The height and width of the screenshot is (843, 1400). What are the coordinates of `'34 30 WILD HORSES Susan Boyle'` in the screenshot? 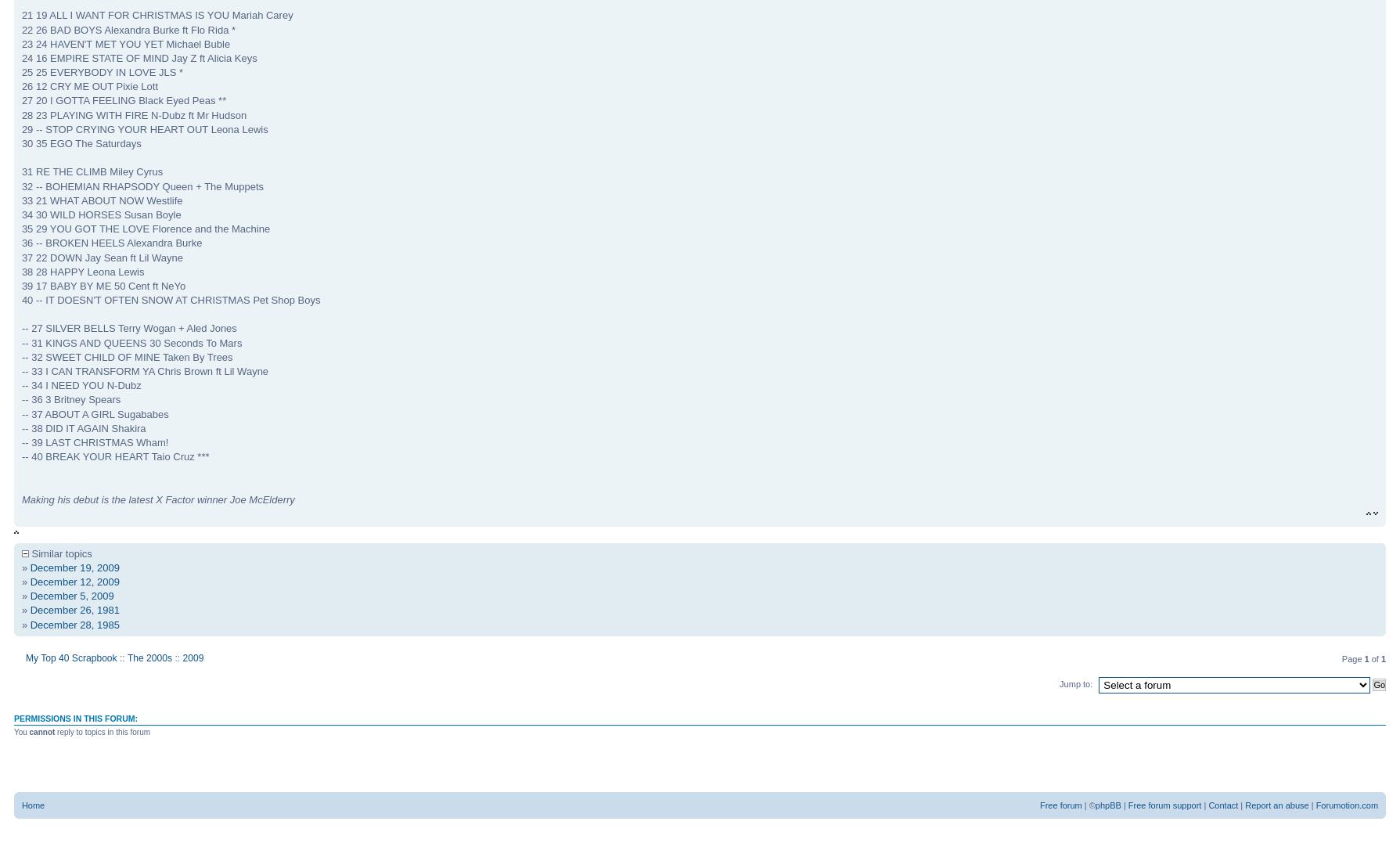 It's located at (100, 213).